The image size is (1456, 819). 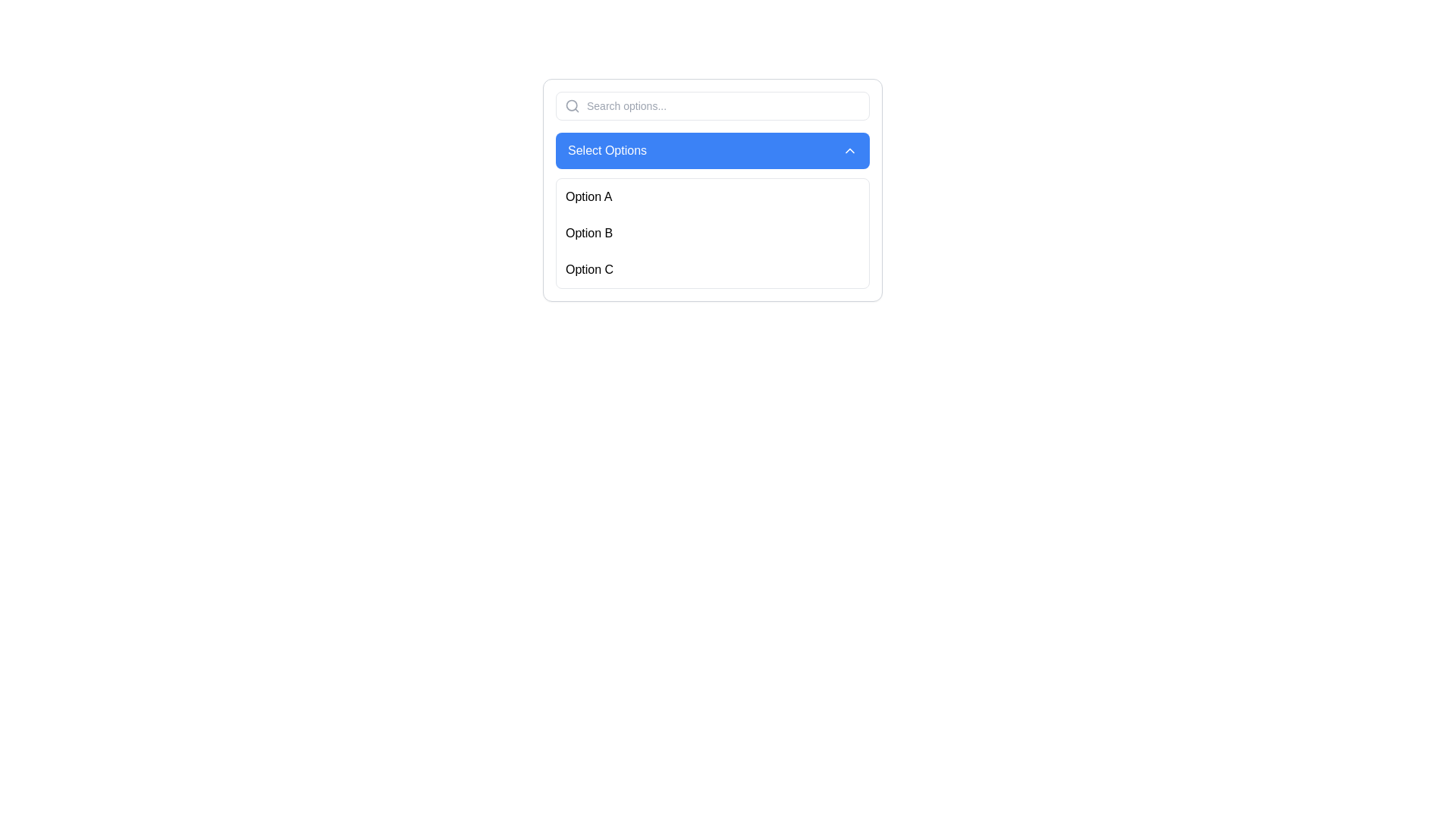 What do you see at coordinates (712, 196) in the screenshot?
I see `the first option button labeled 'Option A'` at bounding box center [712, 196].